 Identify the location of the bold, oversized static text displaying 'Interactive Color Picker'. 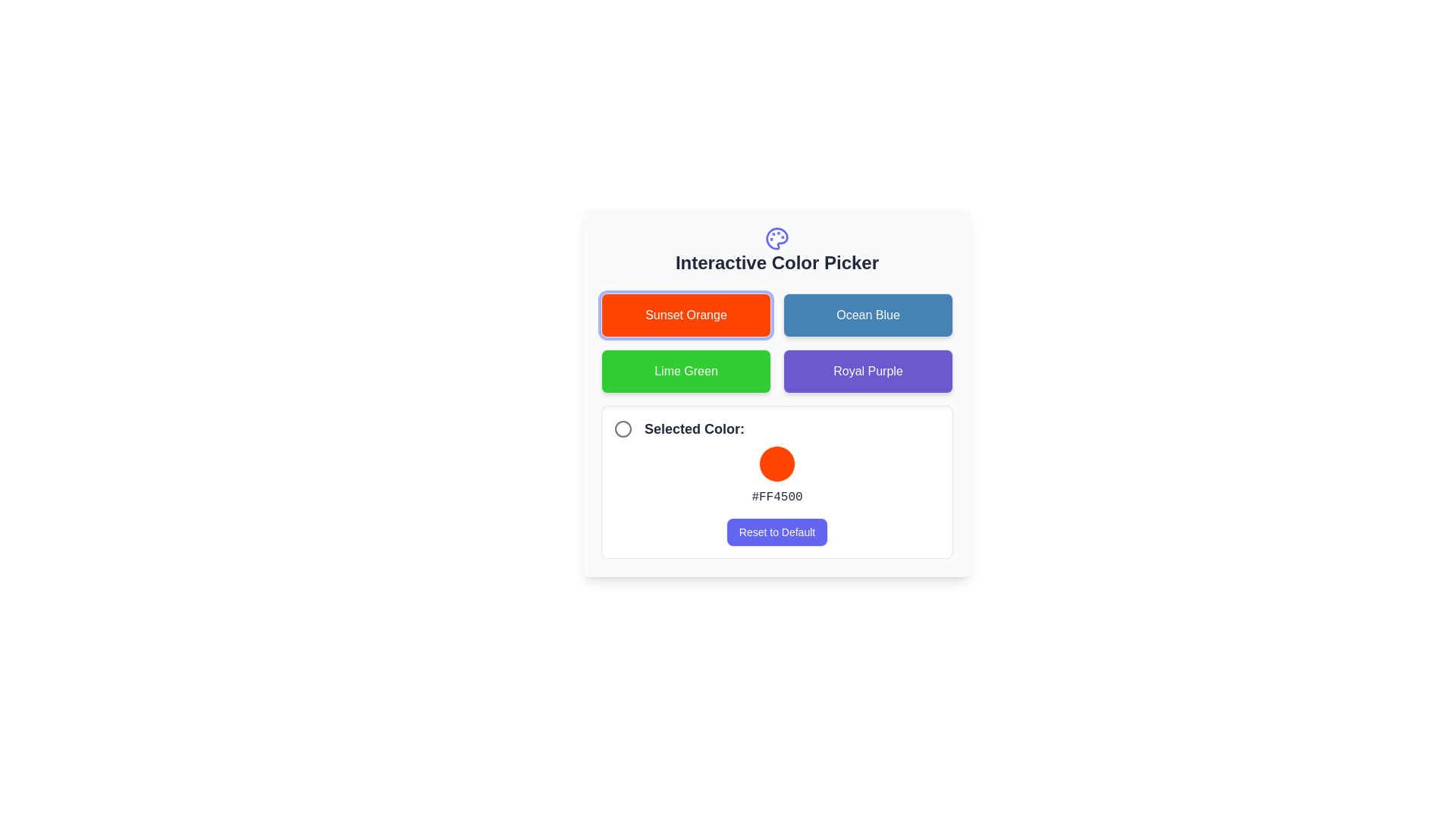
(777, 262).